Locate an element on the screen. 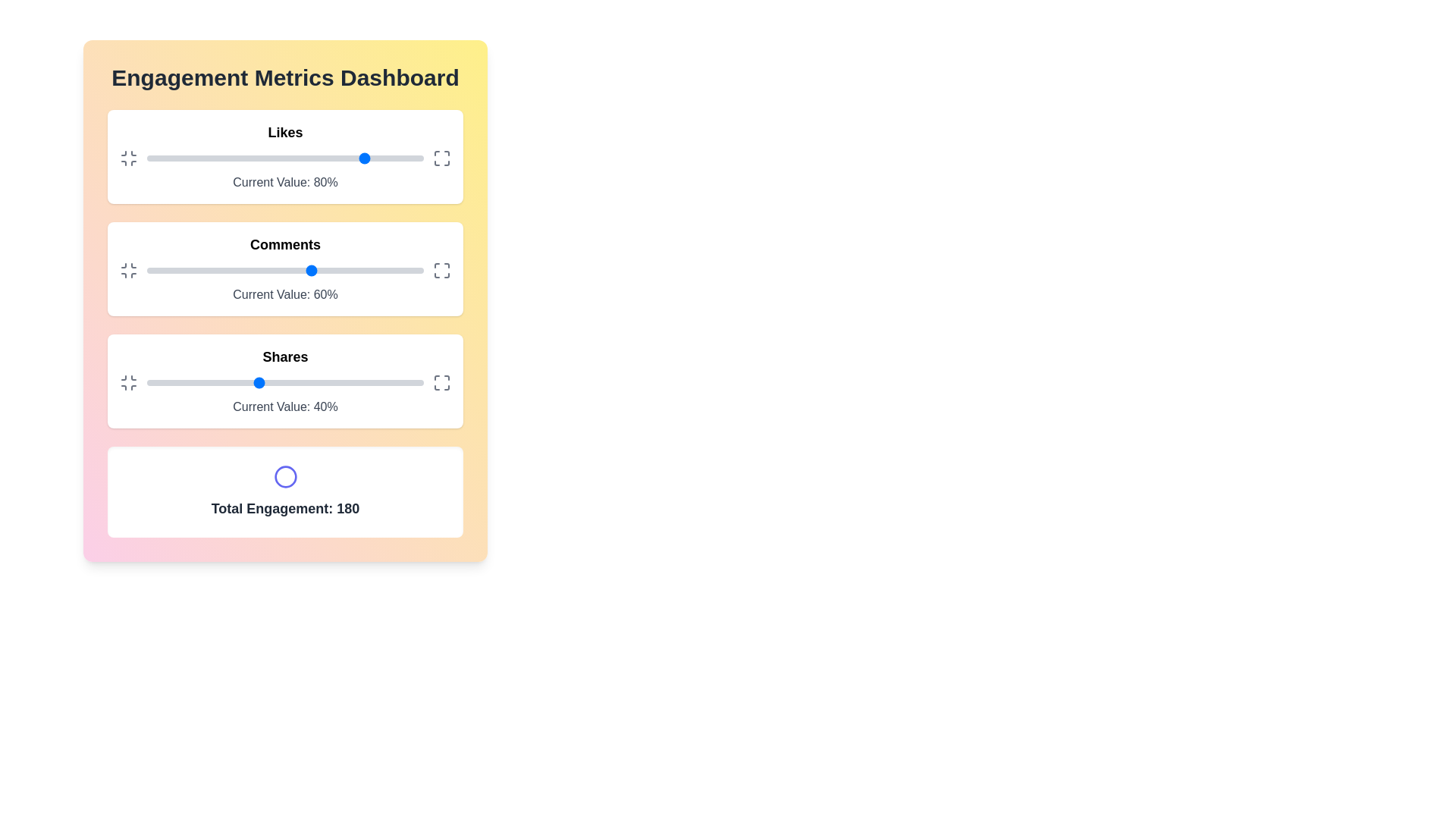 The width and height of the screenshot is (1456, 819). the 'Likes' slider is located at coordinates (379, 158).